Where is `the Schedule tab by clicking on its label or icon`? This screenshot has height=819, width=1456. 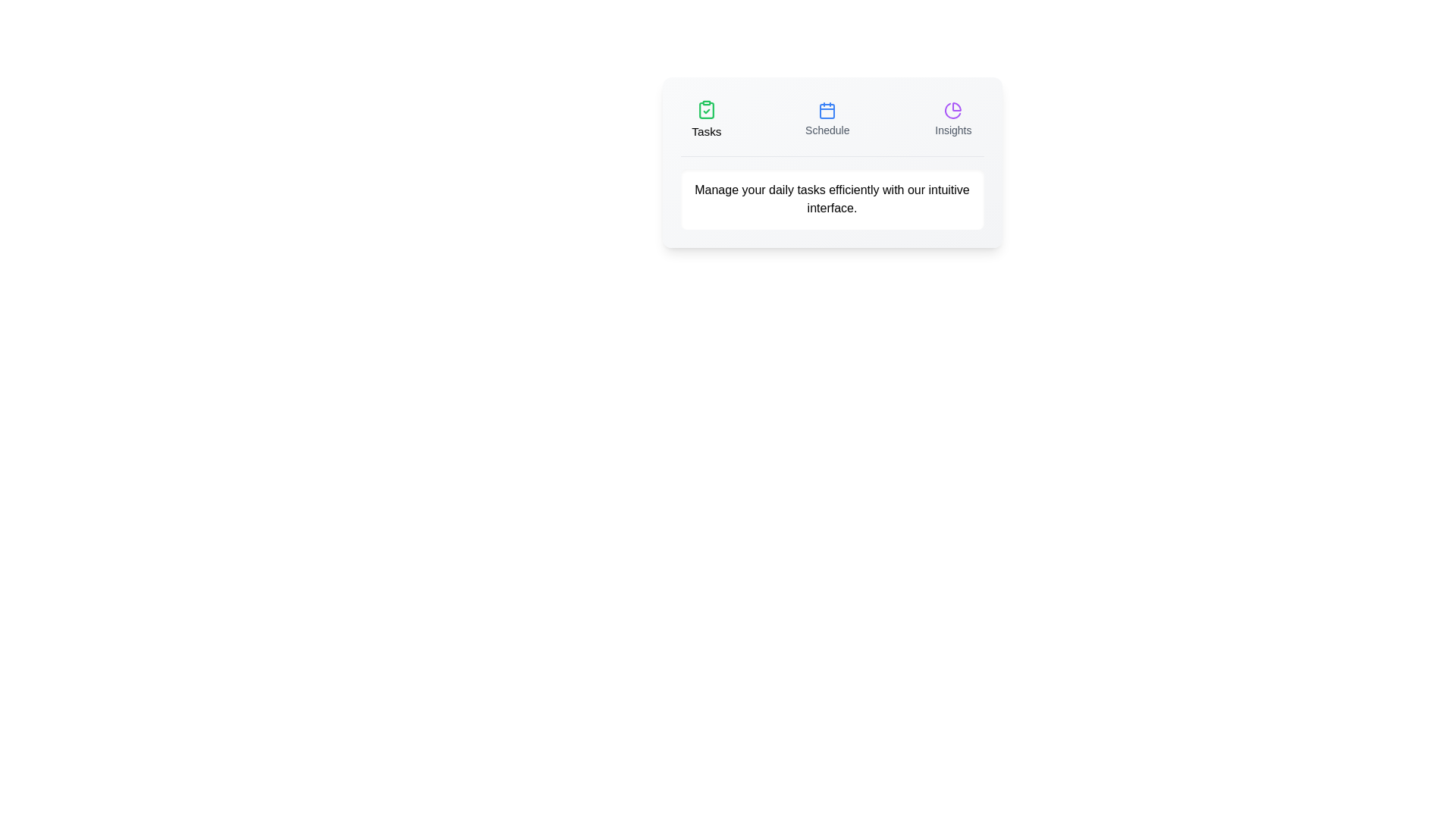
the Schedule tab by clicking on its label or icon is located at coordinates (827, 119).